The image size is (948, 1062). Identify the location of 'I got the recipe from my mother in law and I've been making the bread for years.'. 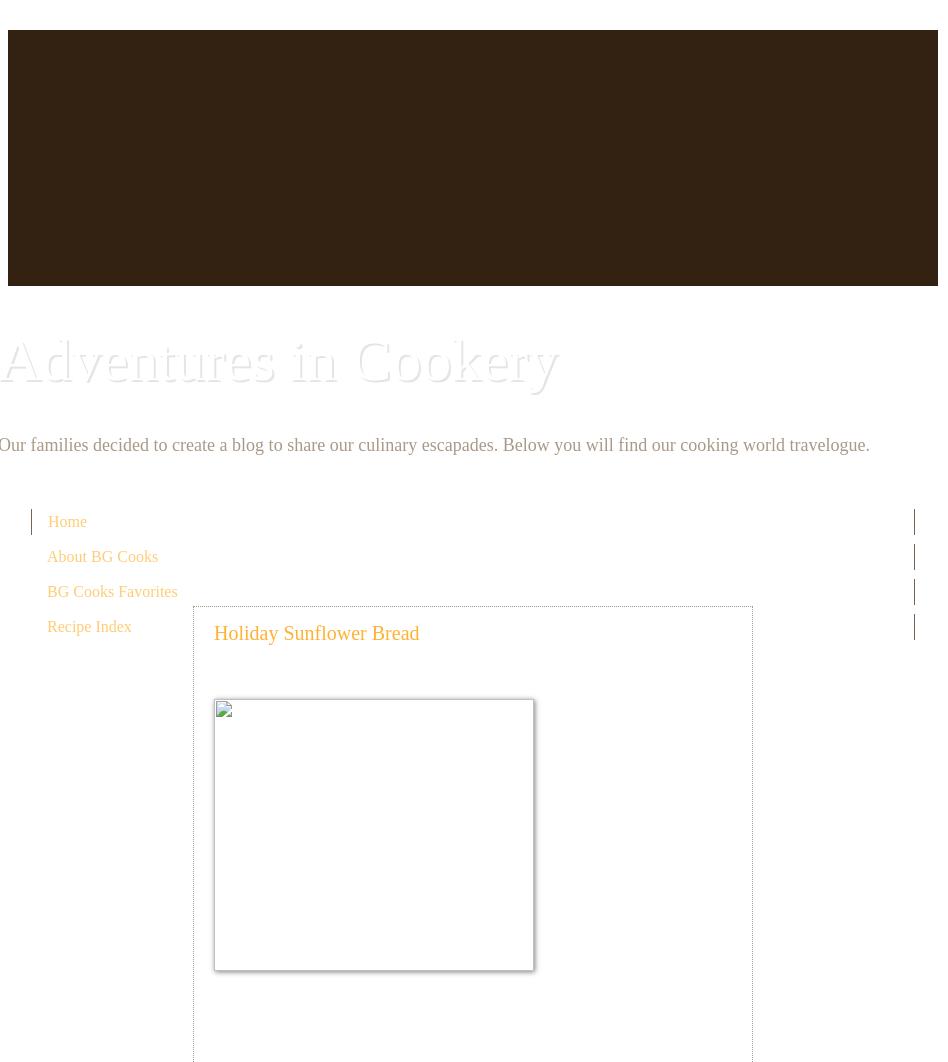
(620, 868).